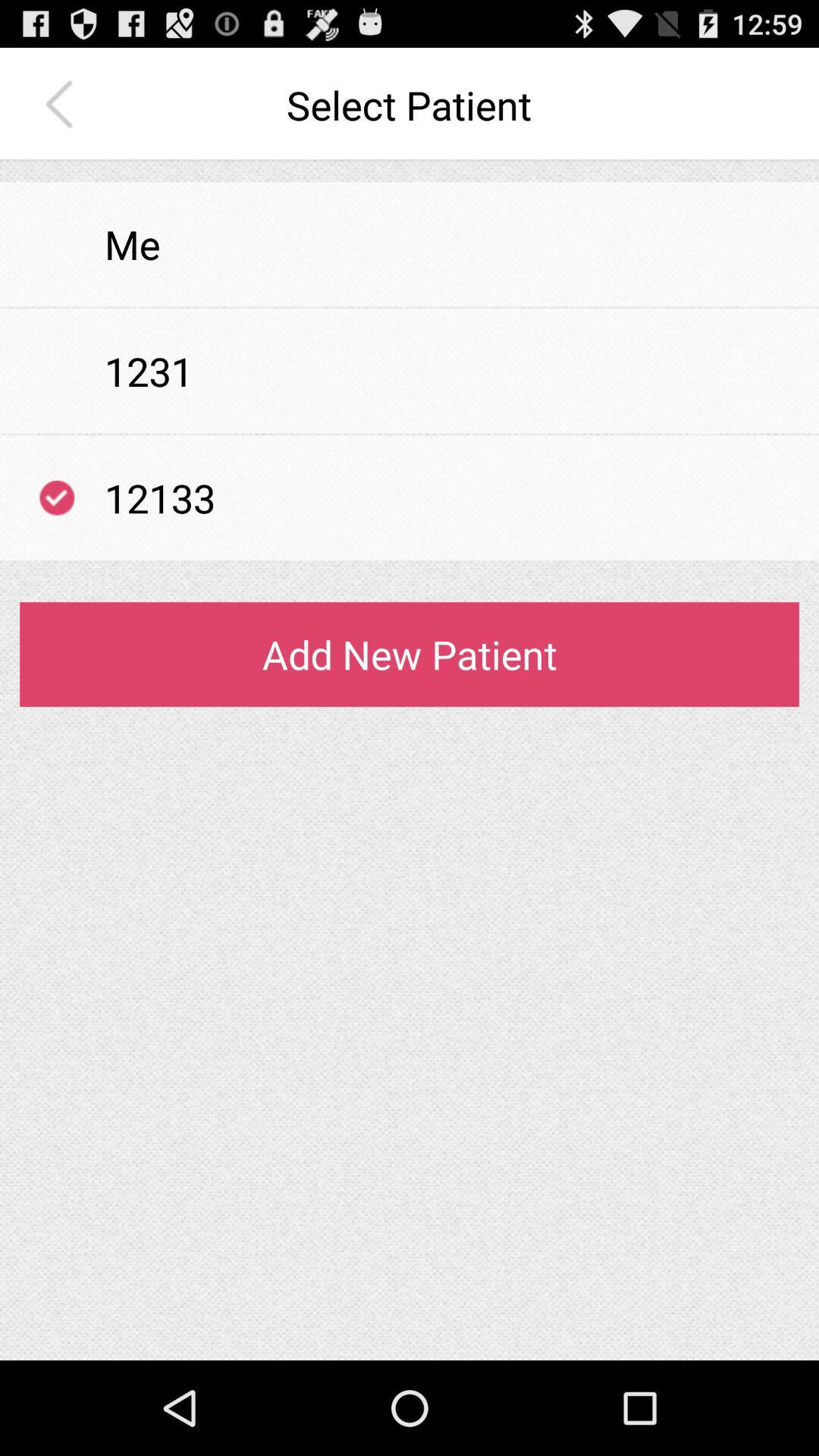 This screenshot has height=1456, width=819. What do you see at coordinates (409, 654) in the screenshot?
I see `add new patient item` at bounding box center [409, 654].